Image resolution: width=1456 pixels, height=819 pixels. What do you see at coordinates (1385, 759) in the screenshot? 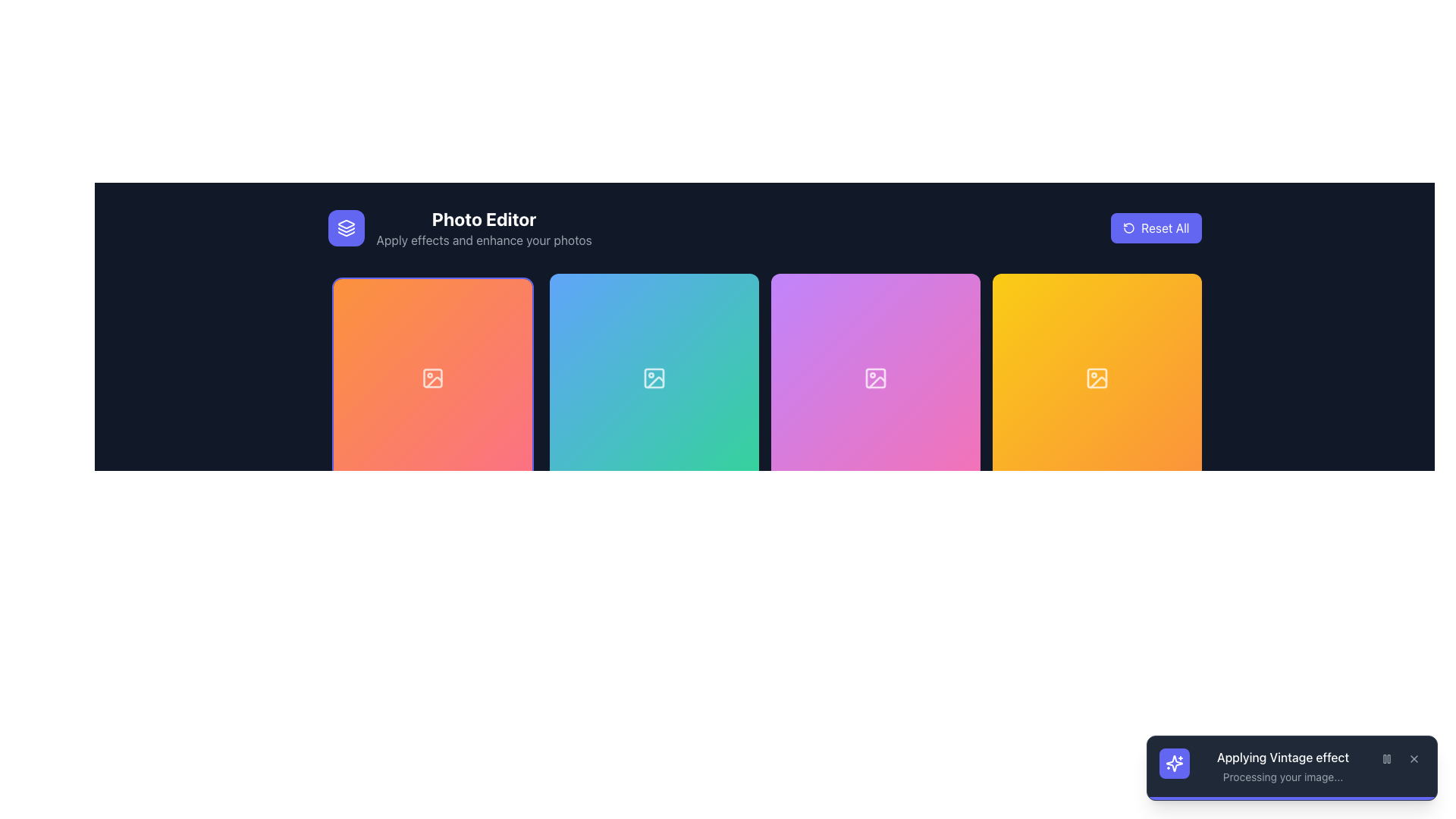
I see `the left bar of the pause button icon located in the 'Applying Vintage Effect' status notification in the bottom-right notification bar` at bounding box center [1385, 759].